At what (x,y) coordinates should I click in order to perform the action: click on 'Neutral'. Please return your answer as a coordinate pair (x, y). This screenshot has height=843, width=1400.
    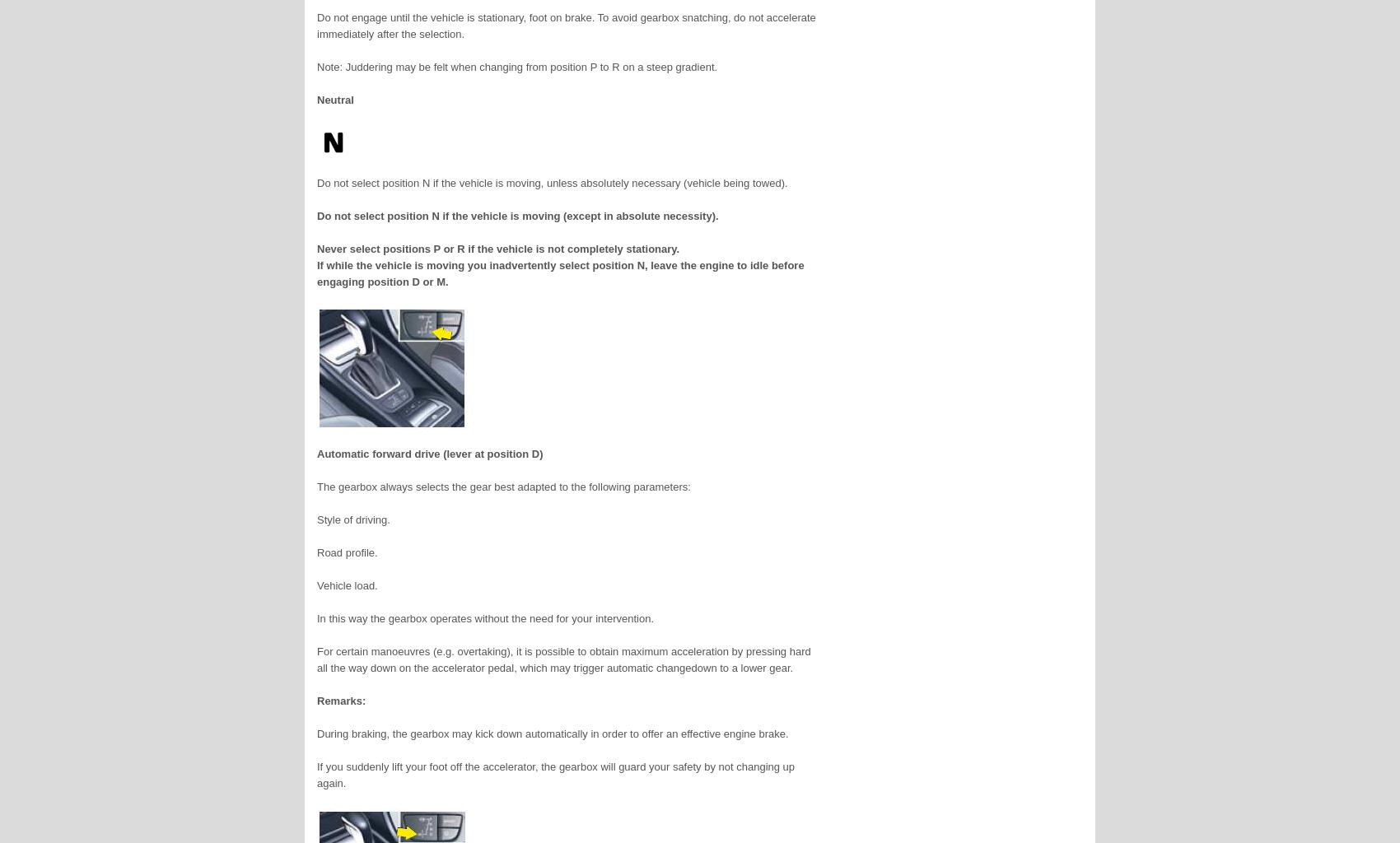
    Looking at the image, I should click on (334, 100).